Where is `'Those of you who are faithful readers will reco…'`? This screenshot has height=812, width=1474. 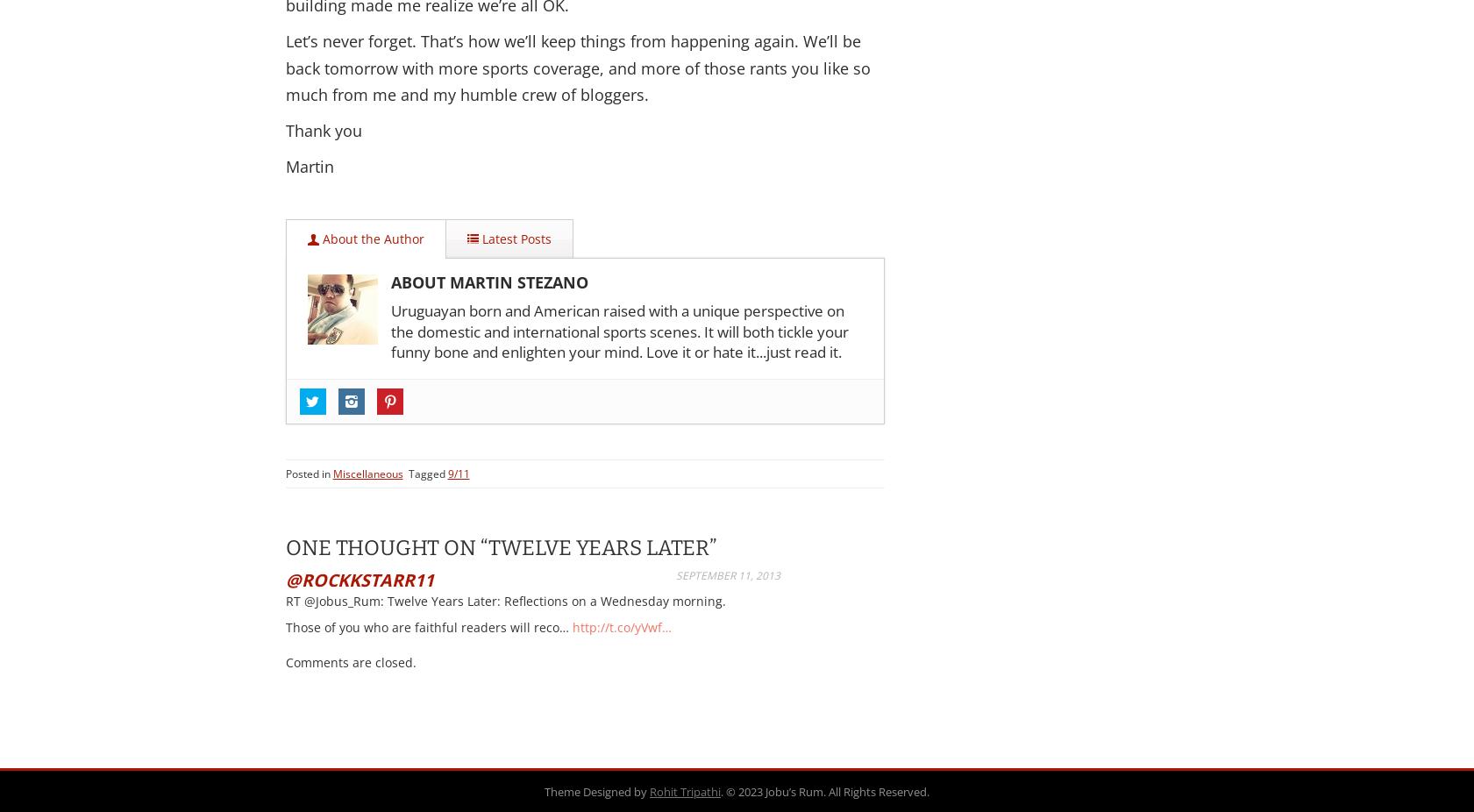
'Those of you who are faithful readers will reco…' is located at coordinates (427, 627).